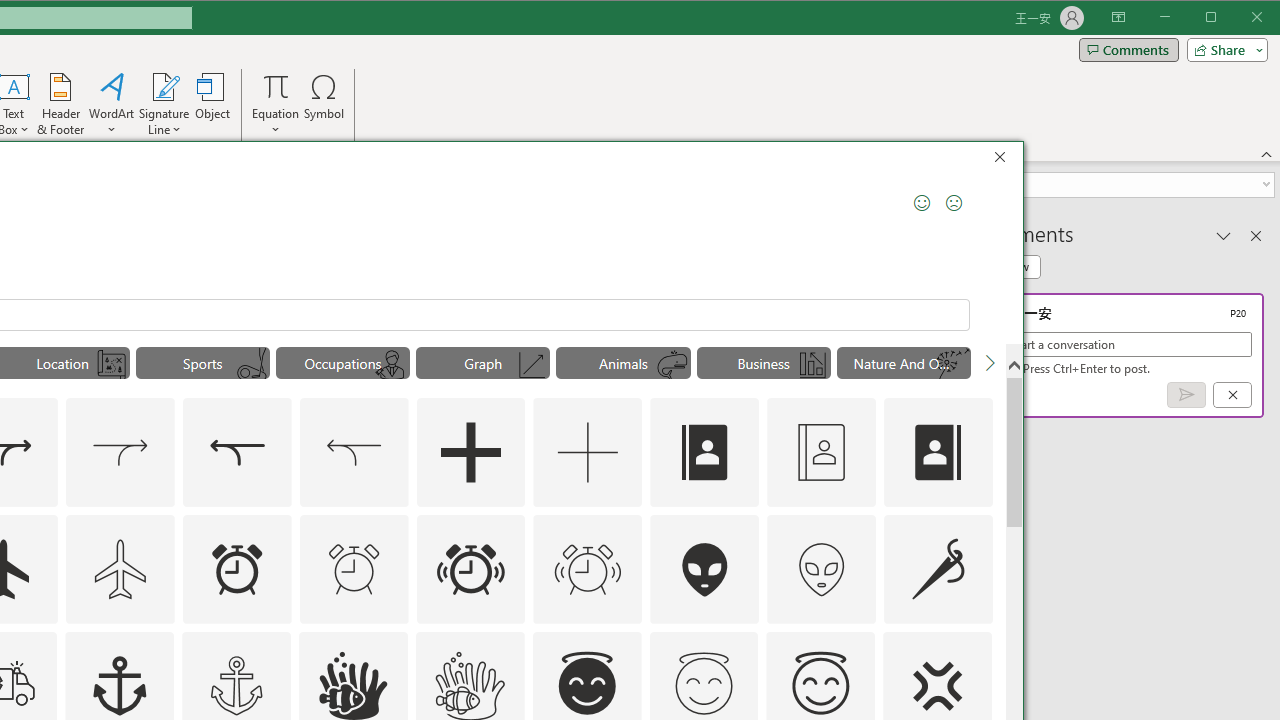 The image size is (1280, 720). I want to click on 'Object...', so click(213, 104).